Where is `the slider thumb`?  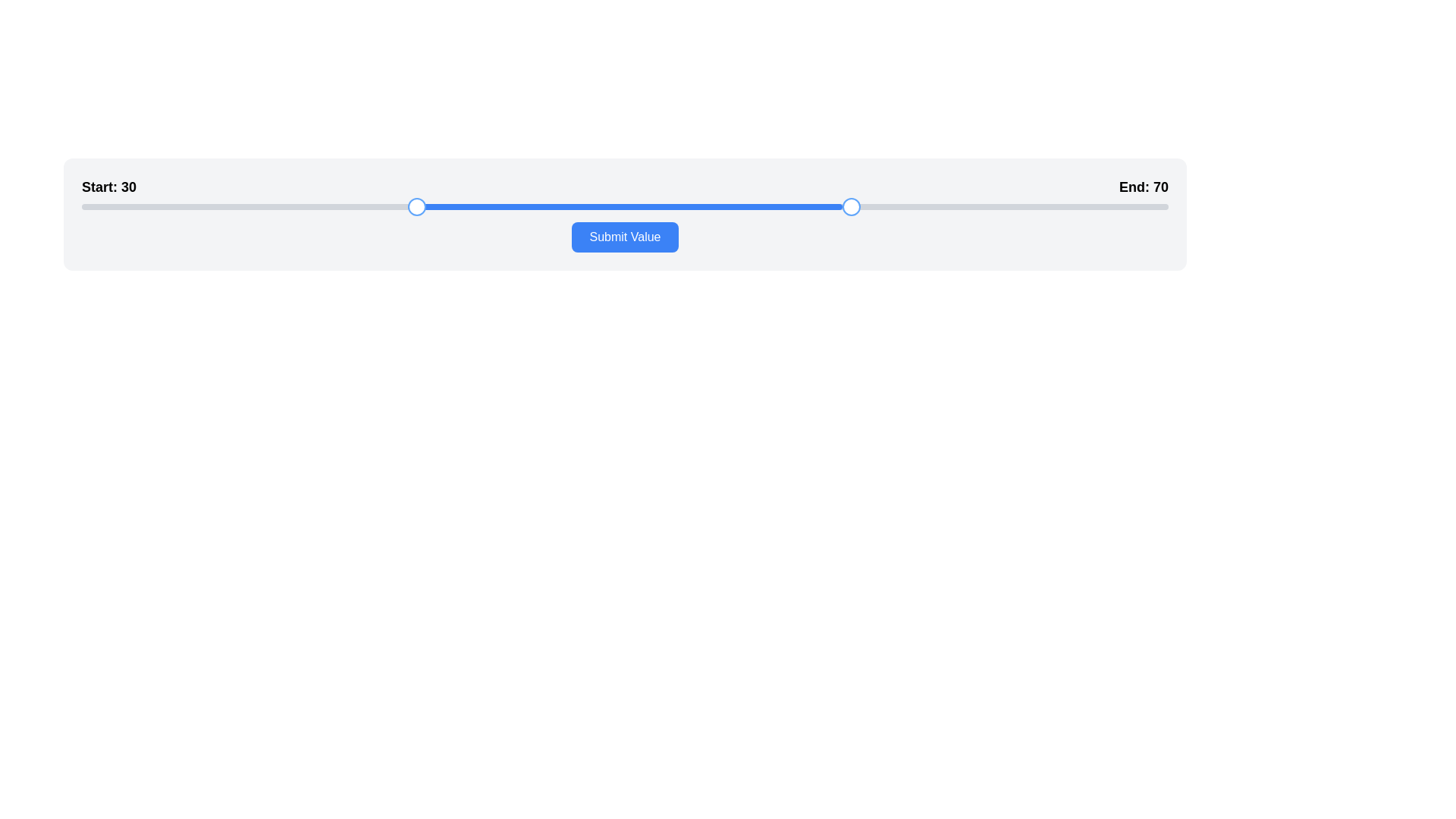
the slider thumb is located at coordinates (492, 207).